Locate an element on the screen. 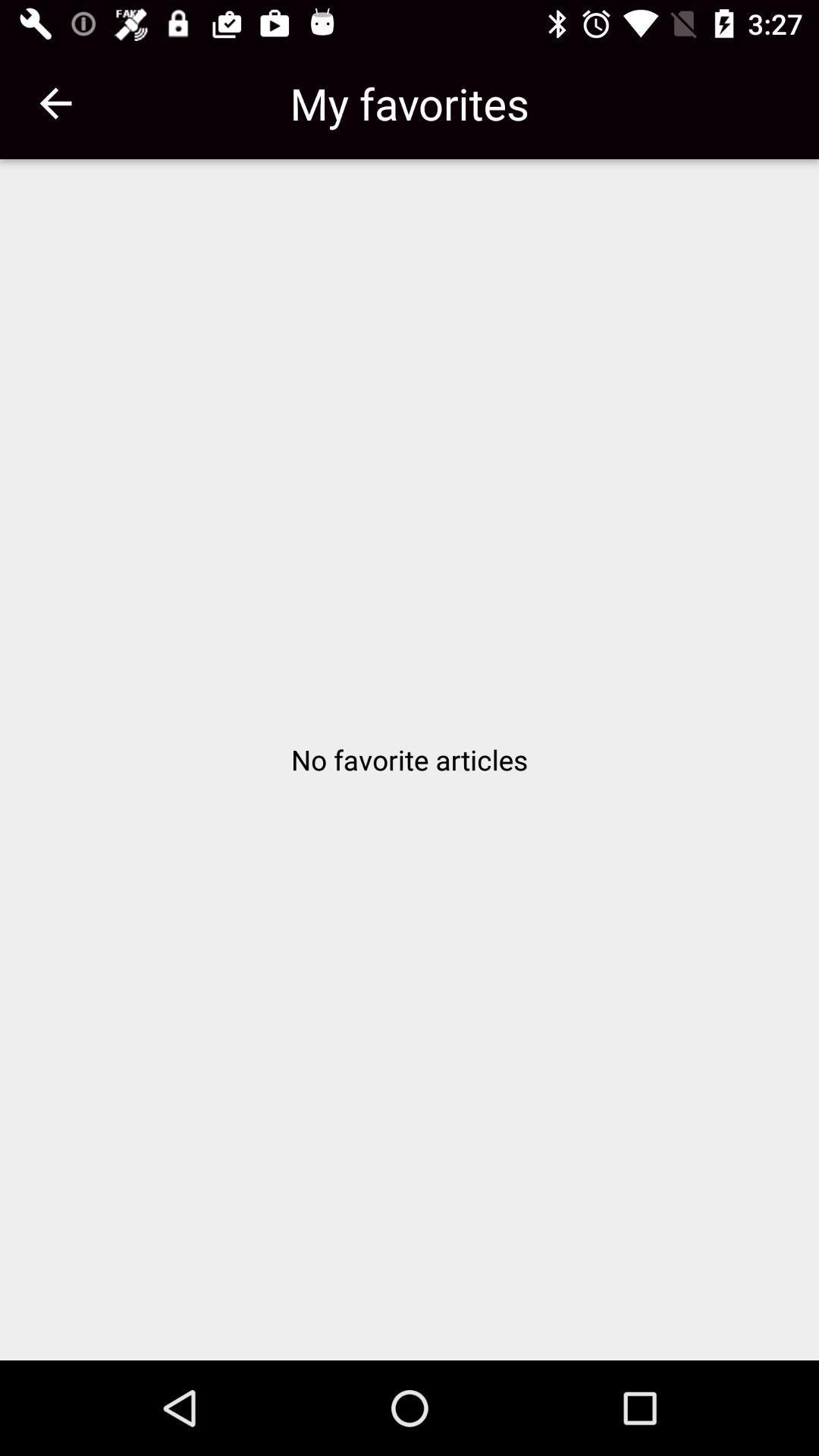 The height and width of the screenshot is (1456, 819). the item to the left of the my favorites is located at coordinates (55, 102).